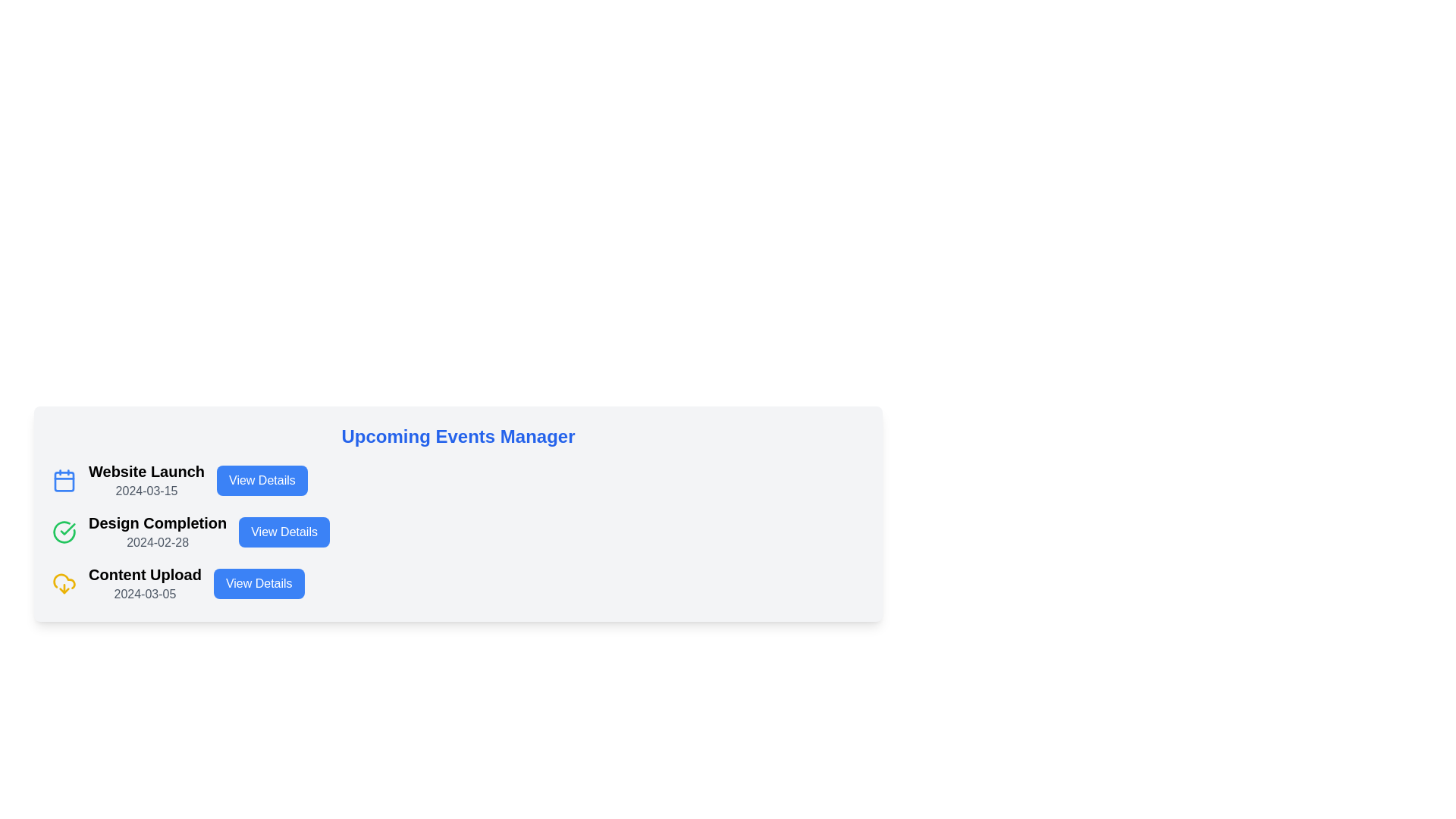 The width and height of the screenshot is (1456, 819). I want to click on the green checkmark icon located to the left of the 'Design Completion' text in the event details list, so click(67, 529).